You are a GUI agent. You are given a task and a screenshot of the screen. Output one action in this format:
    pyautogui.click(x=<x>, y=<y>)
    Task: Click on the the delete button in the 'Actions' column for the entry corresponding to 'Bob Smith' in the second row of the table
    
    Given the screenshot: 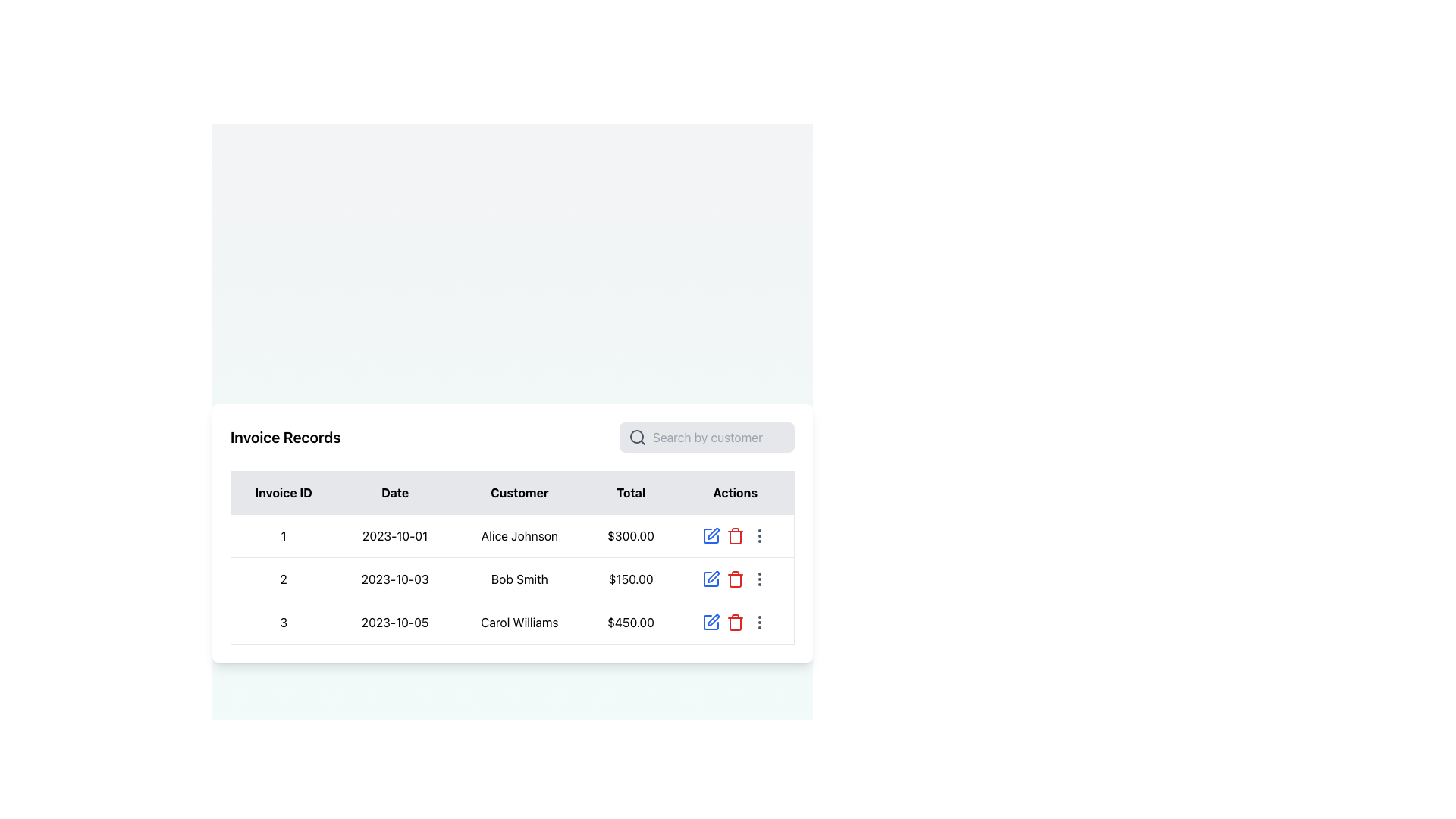 What is the action you would take?
    pyautogui.click(x=735, y=579)
    